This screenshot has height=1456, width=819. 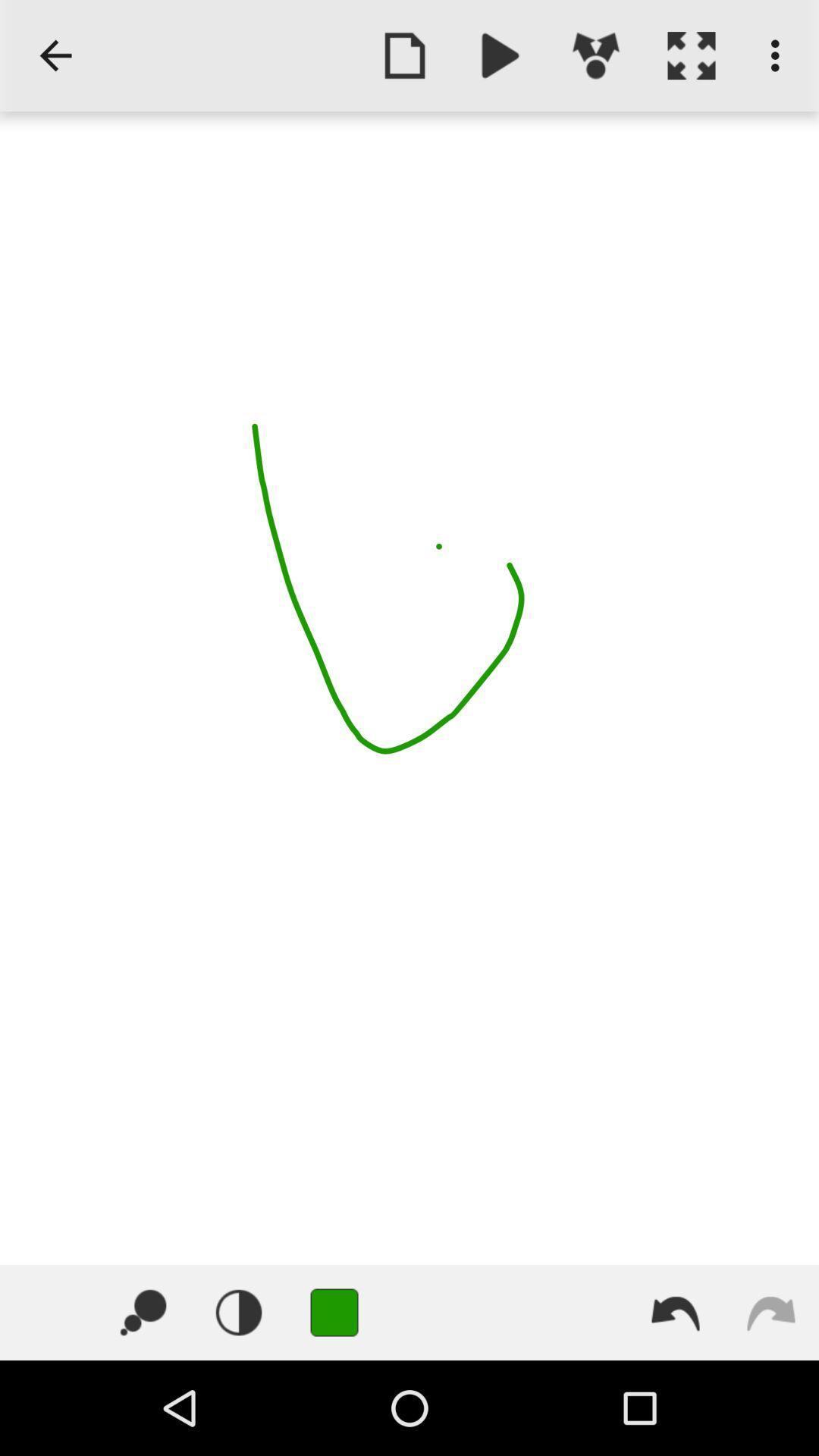 I want to click on the redo icon, so click(x=771, y=1312).